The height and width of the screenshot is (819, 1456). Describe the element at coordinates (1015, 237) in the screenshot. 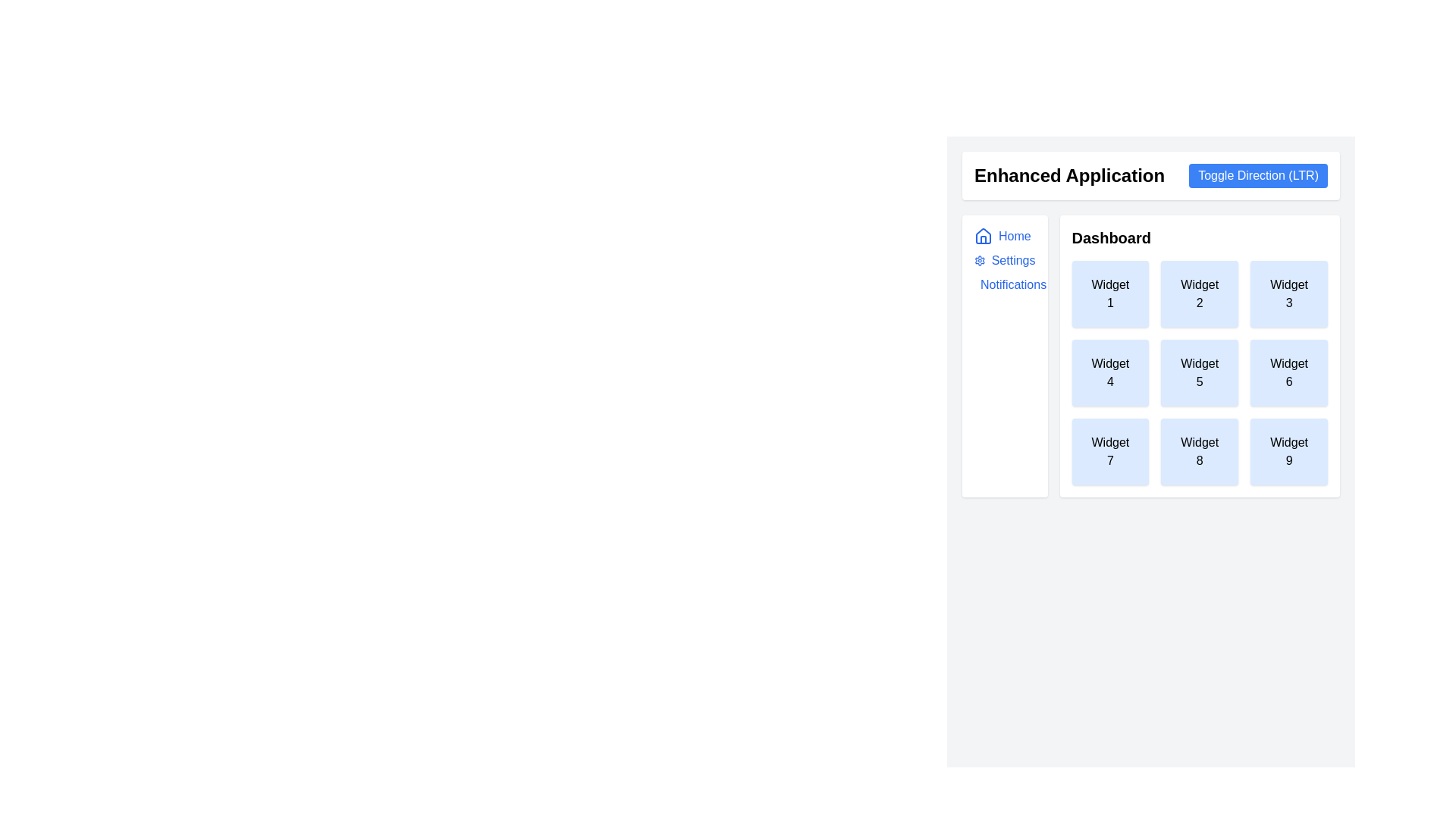

I see `the 'Home' text label in blue font located in the left-side navigation pane, immediately to the right of the house-shaped icon` at that location.